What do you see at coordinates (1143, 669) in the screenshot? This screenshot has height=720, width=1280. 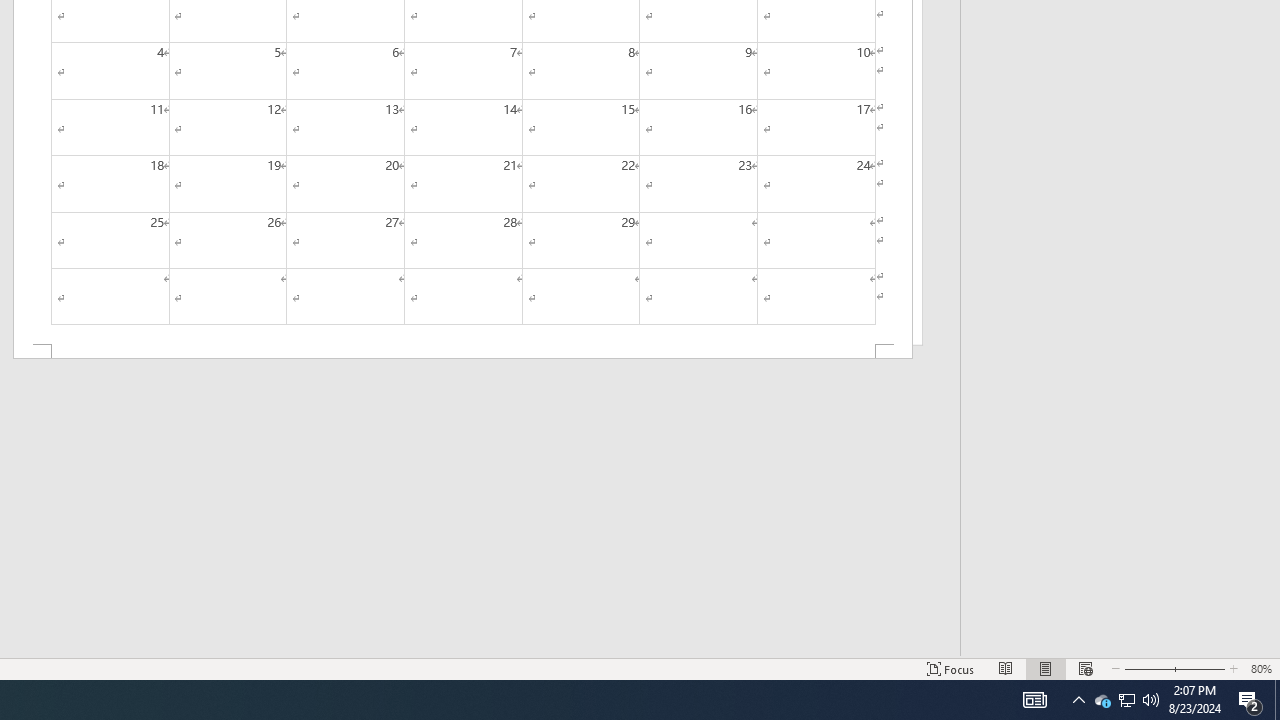 I see `'Zoom Out'` at bounding box center [1143, 669].